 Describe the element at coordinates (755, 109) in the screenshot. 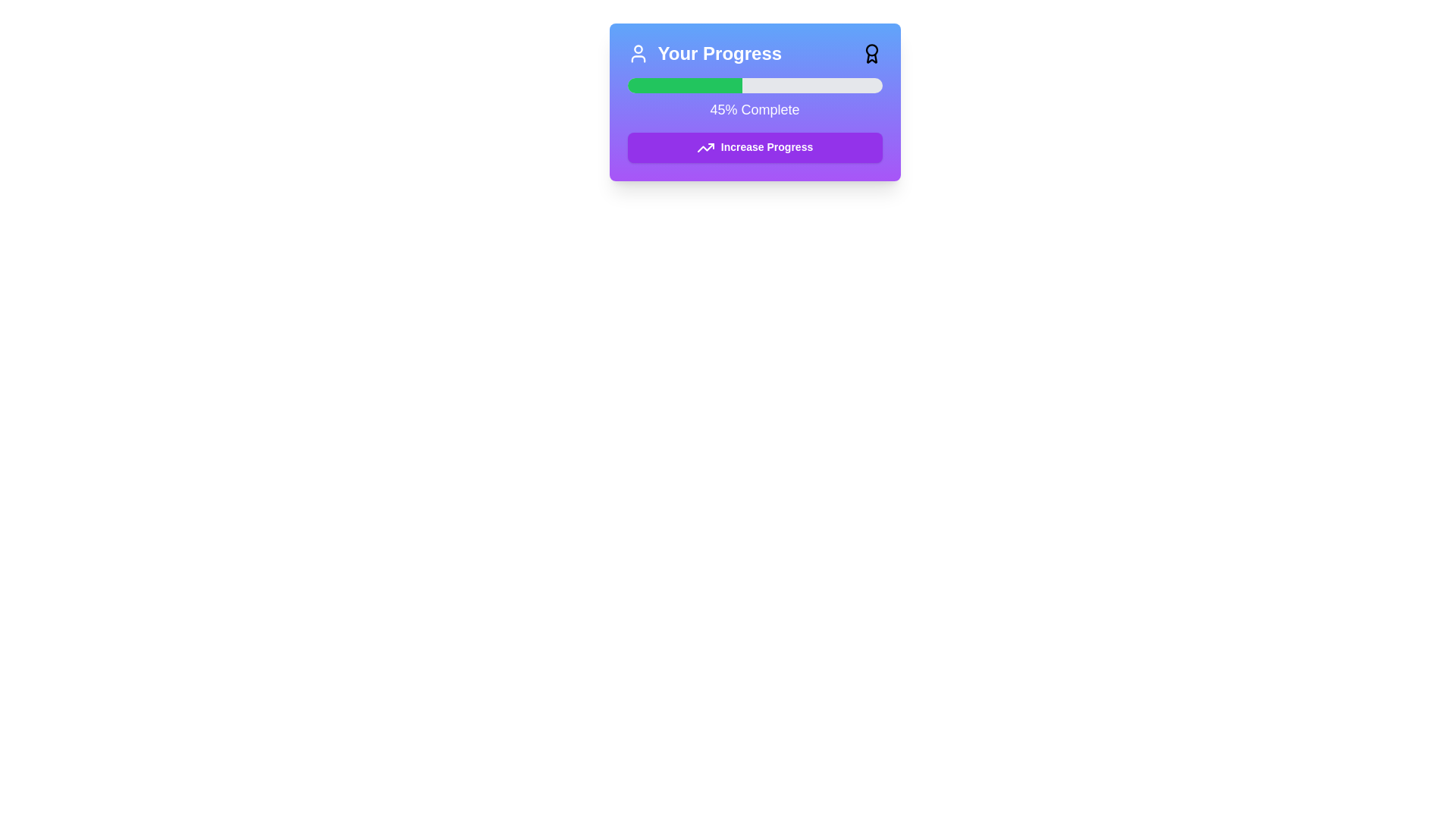

I see `displayed progress information from the Text Label, which indicates the percentage of completion and is located above the 'Increase Progress' button` at that location.